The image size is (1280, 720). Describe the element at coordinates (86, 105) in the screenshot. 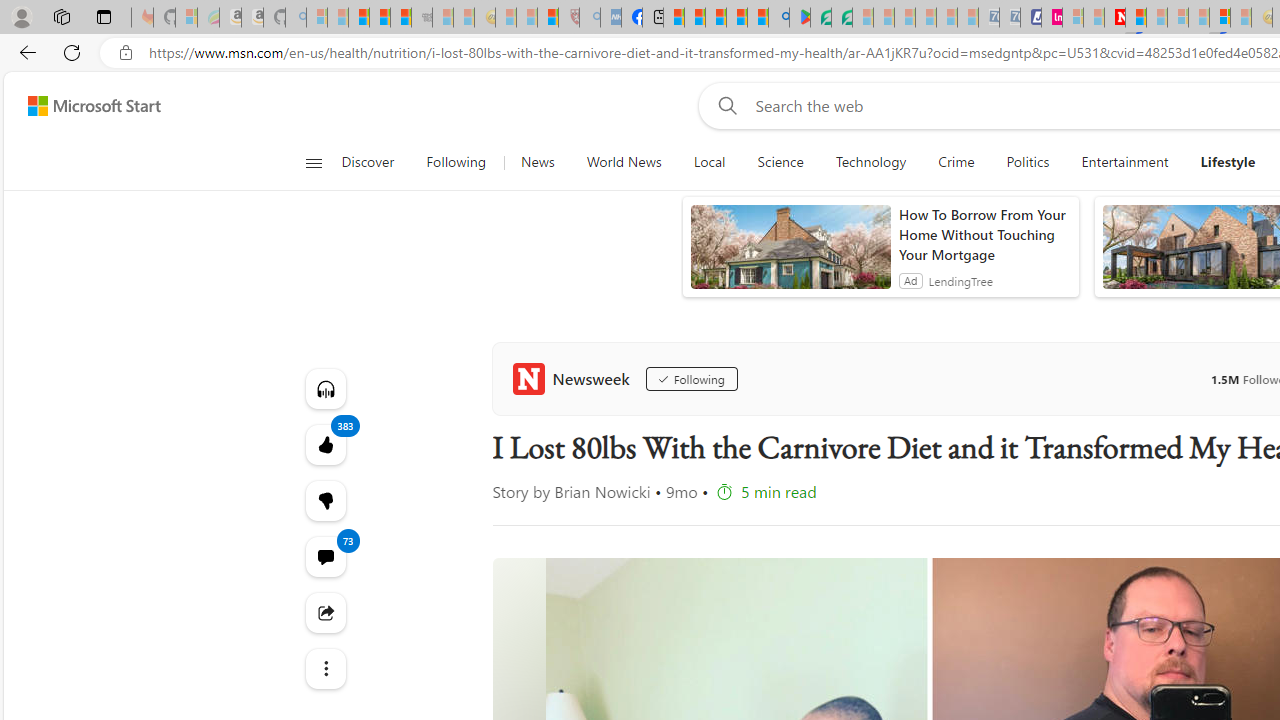

I see `'Skip to content'` at that location.